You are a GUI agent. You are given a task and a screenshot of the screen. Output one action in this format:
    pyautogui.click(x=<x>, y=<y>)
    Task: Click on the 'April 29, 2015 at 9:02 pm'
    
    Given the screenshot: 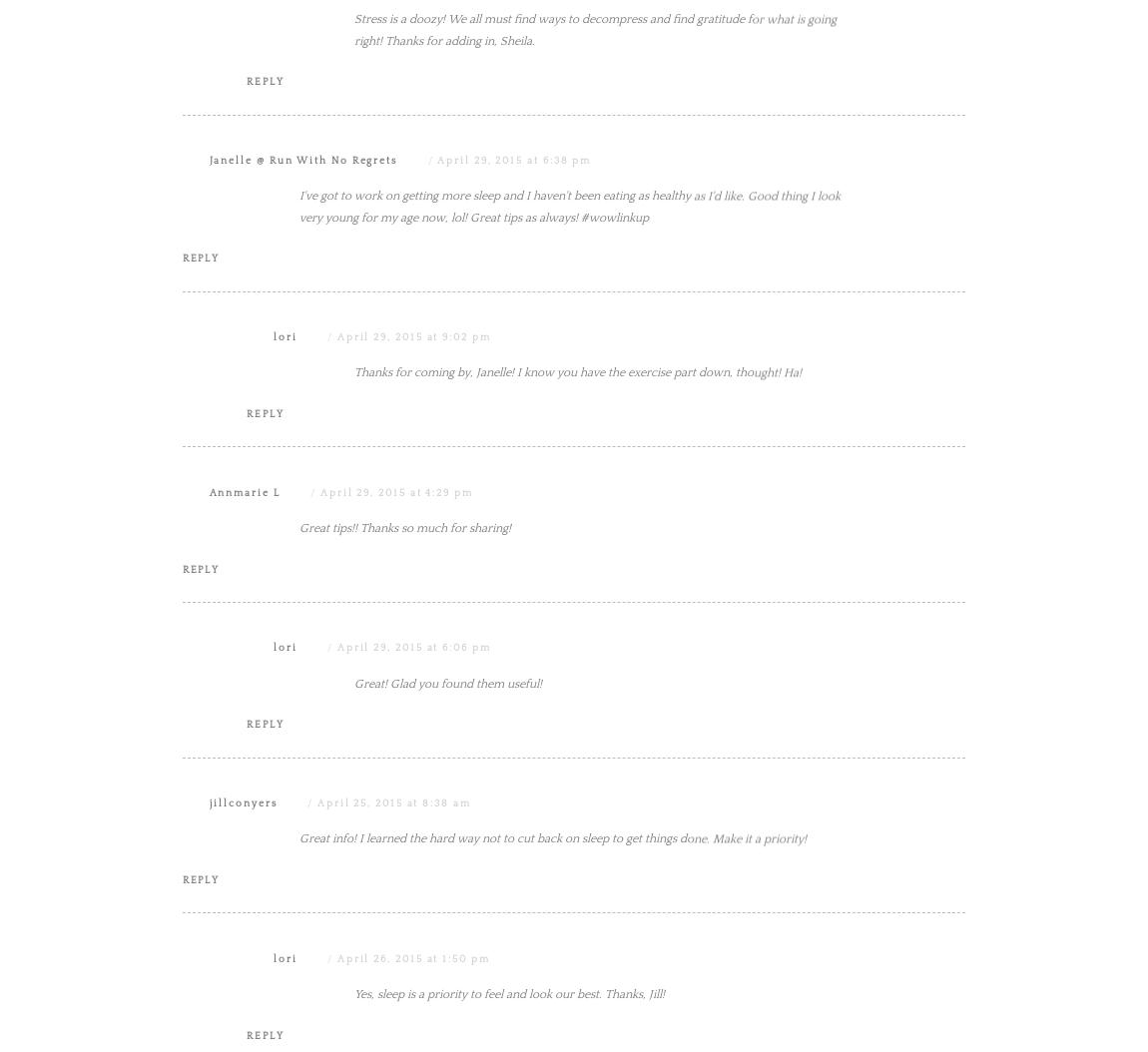 What is the action you would take?
    pyautogui.click(x=413, y=538)
    